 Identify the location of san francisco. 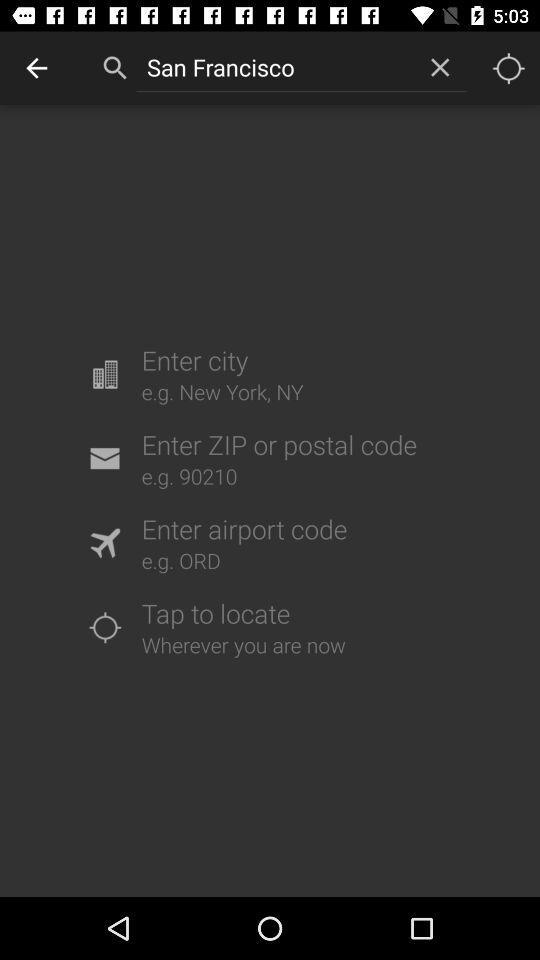
(274, 67).